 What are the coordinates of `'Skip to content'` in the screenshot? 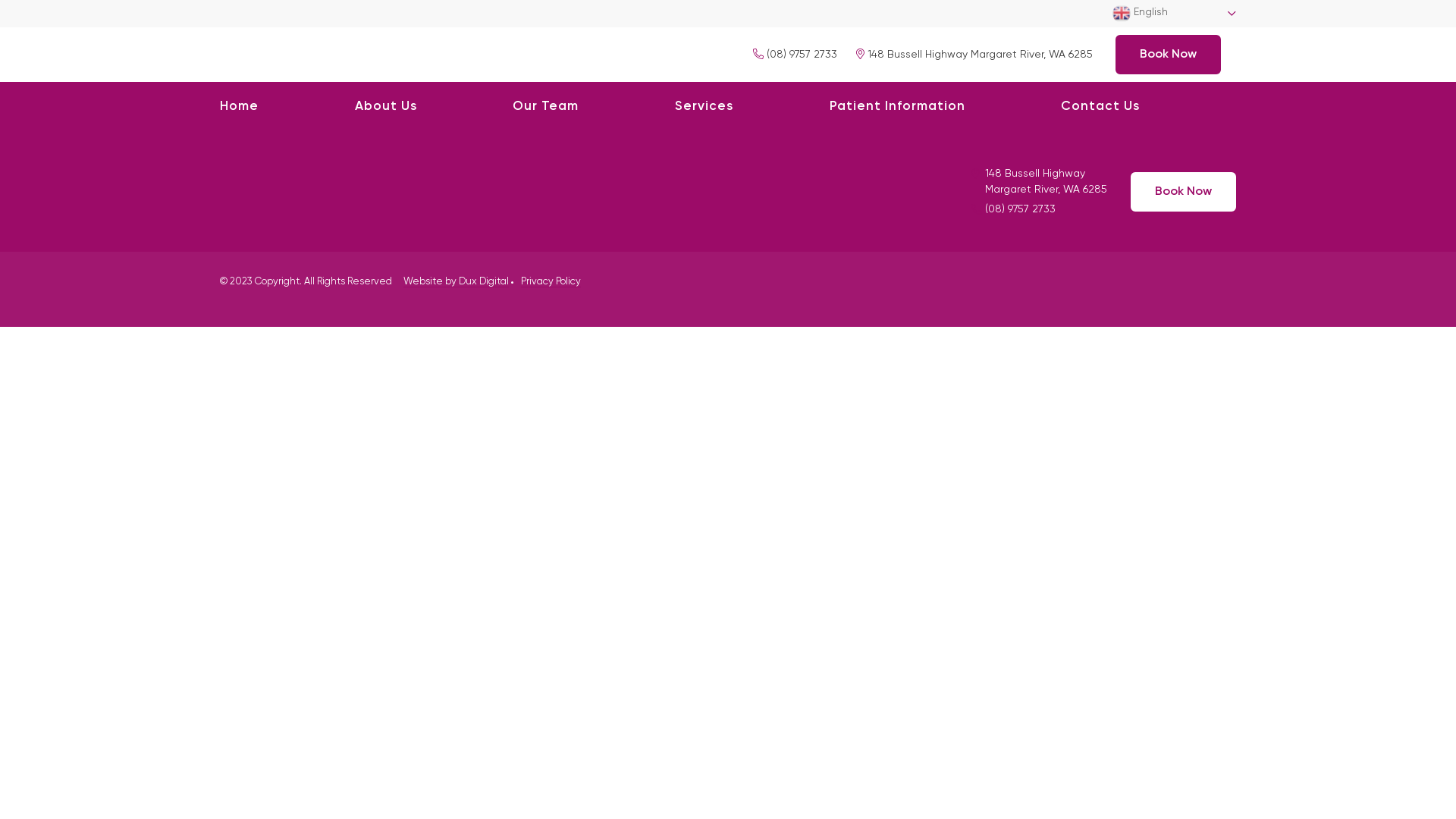 It's located at (0, 0).